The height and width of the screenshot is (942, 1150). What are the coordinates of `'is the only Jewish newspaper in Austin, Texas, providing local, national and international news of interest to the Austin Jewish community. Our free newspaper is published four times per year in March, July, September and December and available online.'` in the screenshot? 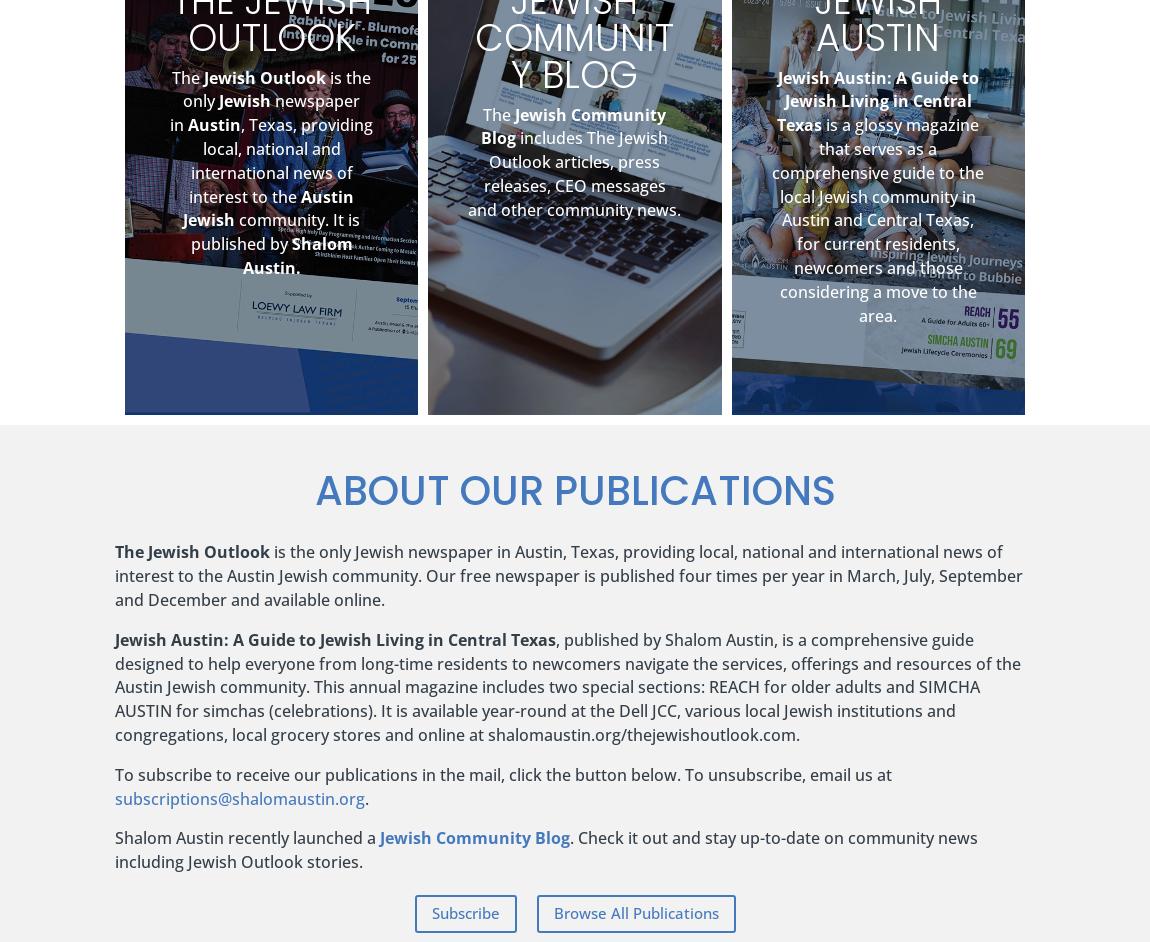 It's located at (569, 575).